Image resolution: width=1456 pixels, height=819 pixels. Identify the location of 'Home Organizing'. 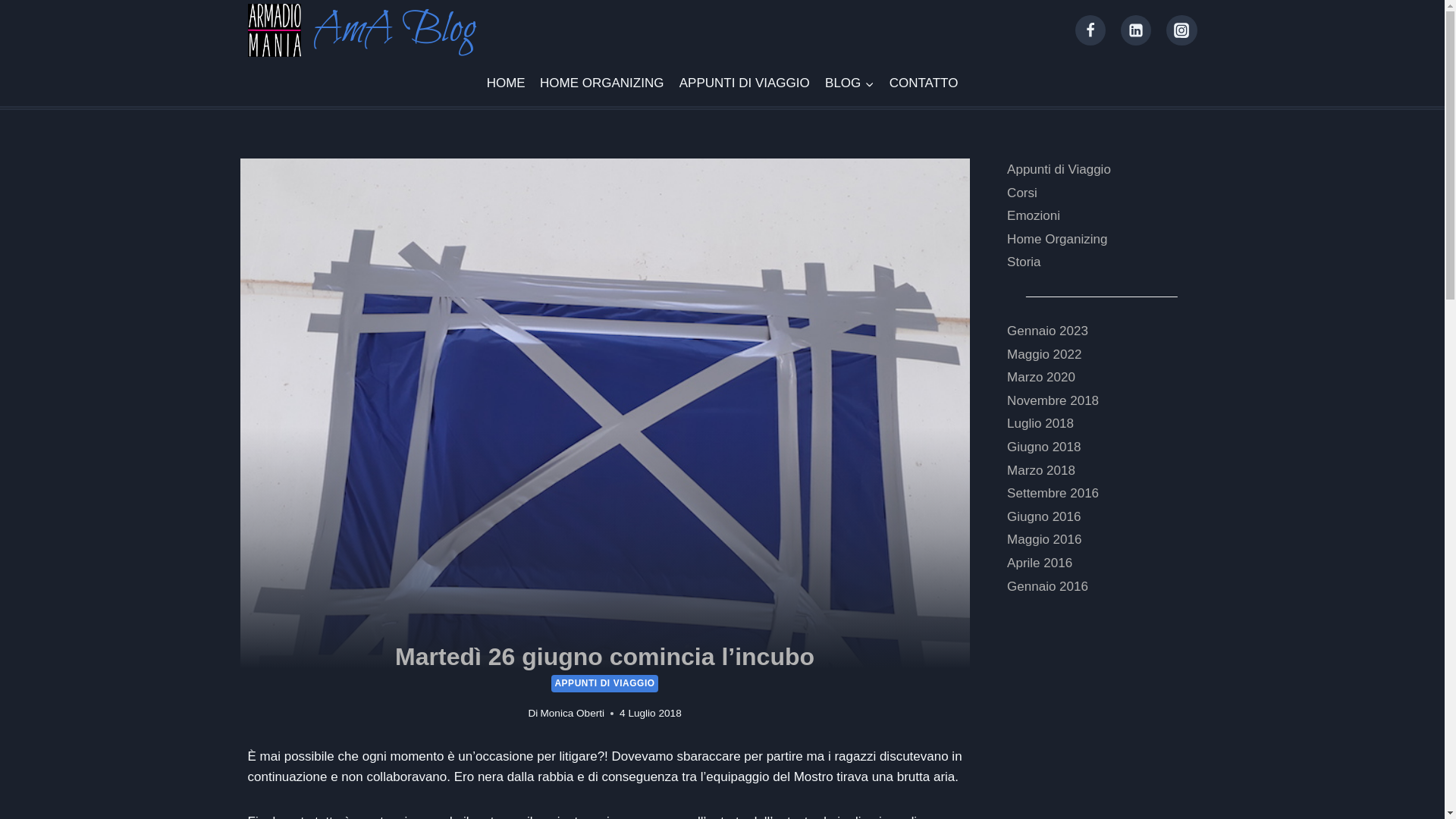
(1056, 239).